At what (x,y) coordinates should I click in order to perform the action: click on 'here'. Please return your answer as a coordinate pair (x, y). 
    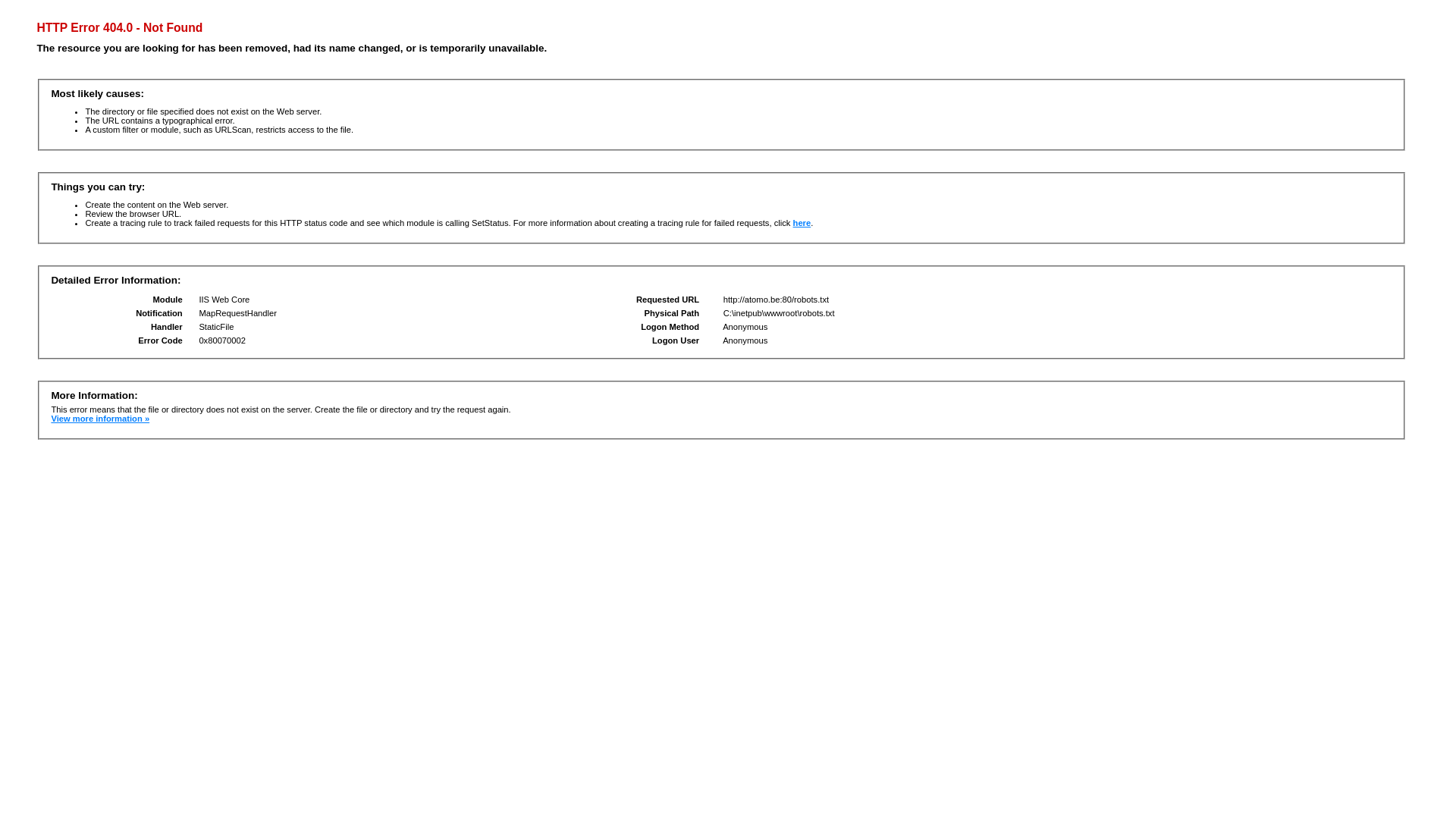
    Looking at the image, I should click on (801, 222).